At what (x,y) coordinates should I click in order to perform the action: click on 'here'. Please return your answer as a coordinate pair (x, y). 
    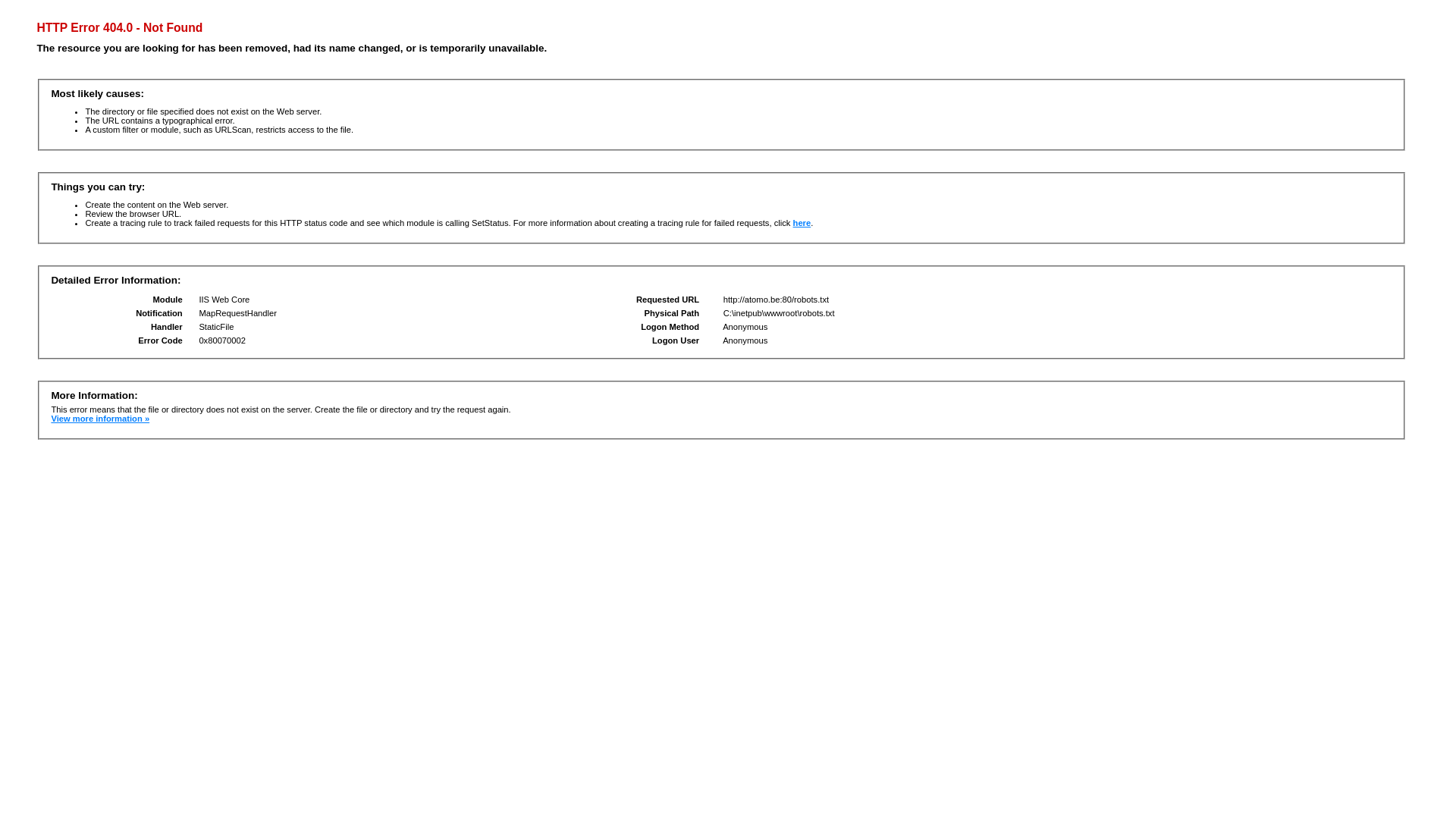
    Looking at the image, I should click on (801, 222).